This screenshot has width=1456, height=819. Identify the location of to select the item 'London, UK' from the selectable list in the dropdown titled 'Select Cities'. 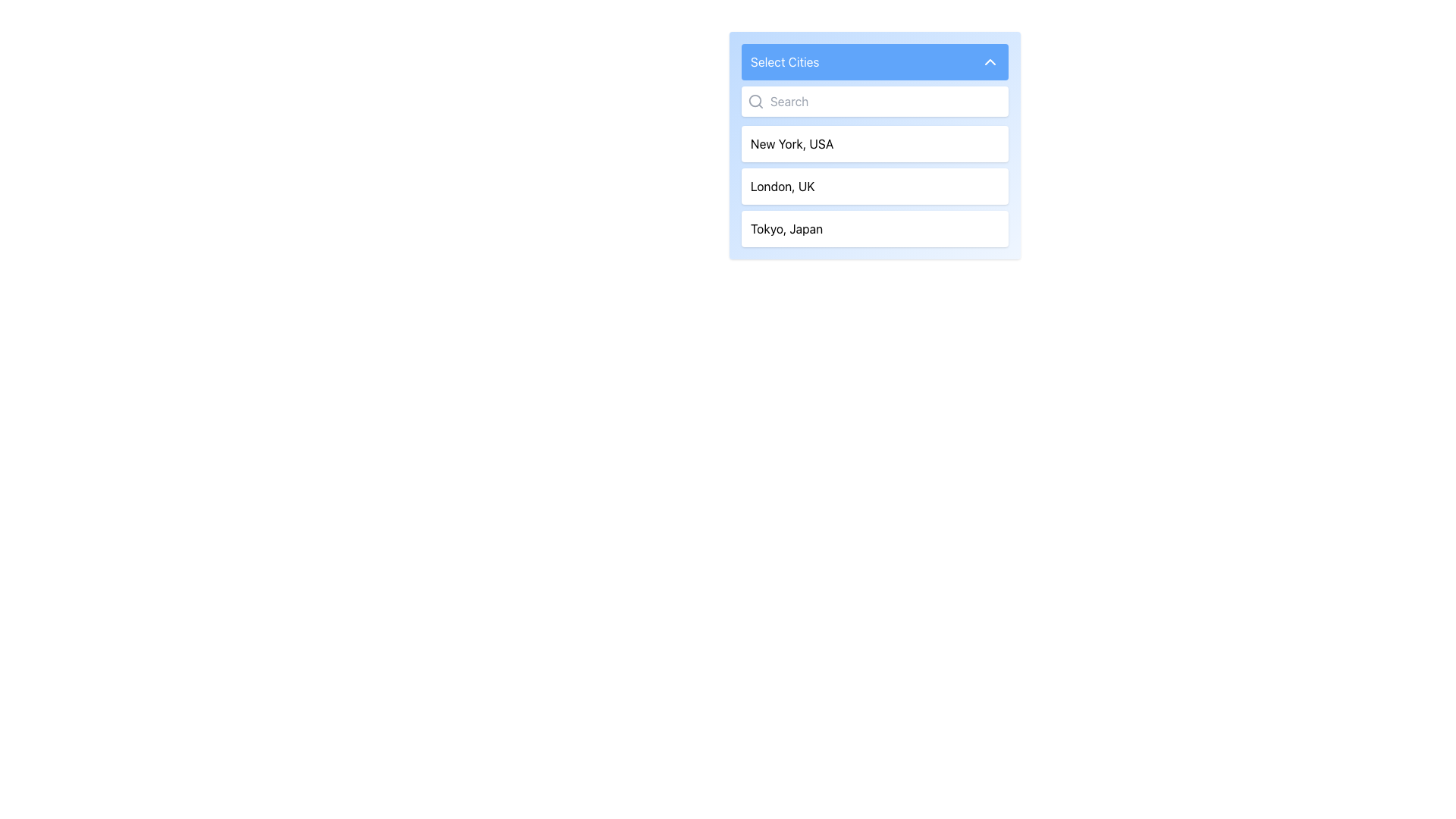
(874, 186).